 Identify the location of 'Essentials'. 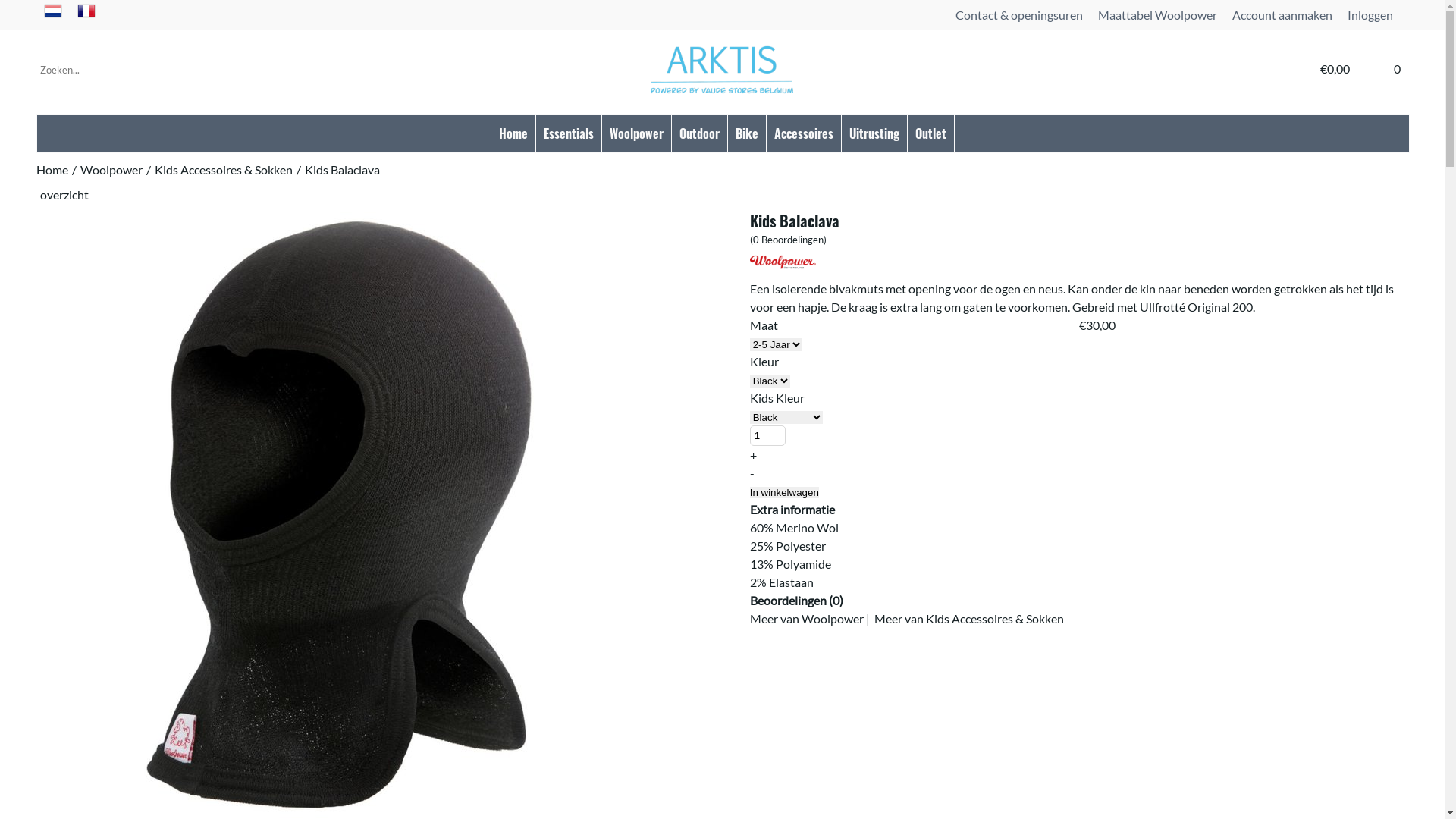
(567, 133).